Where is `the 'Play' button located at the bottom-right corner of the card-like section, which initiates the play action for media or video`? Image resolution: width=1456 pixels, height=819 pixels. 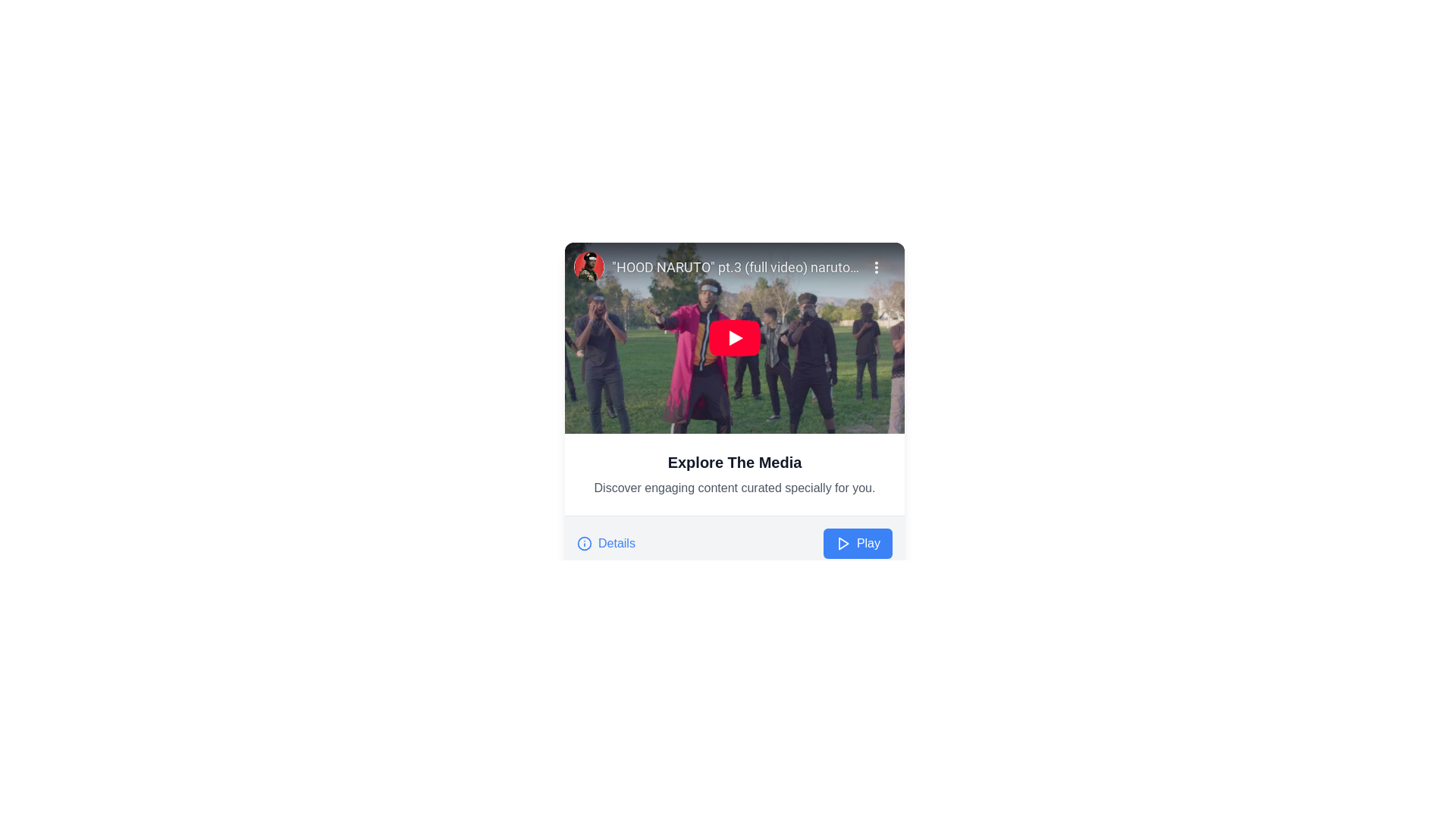
the 'Play' button located at the bottom-right corner of the card-like section, which initiates the play action for media or video is located at coordinates (858, 543).